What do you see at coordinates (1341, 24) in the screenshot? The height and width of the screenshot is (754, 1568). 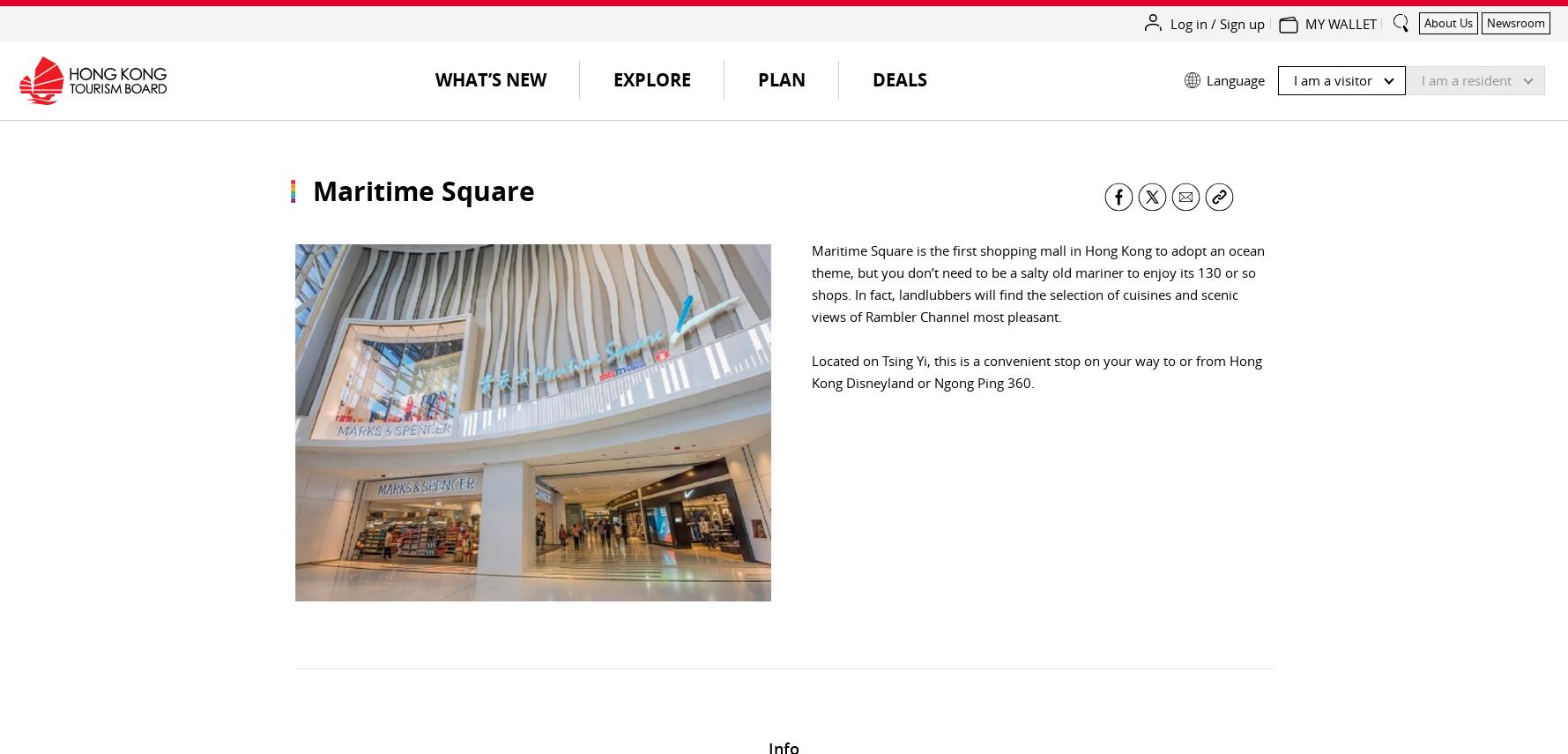 I see `'MY WALLET'` at bounding box center [1341, 24].